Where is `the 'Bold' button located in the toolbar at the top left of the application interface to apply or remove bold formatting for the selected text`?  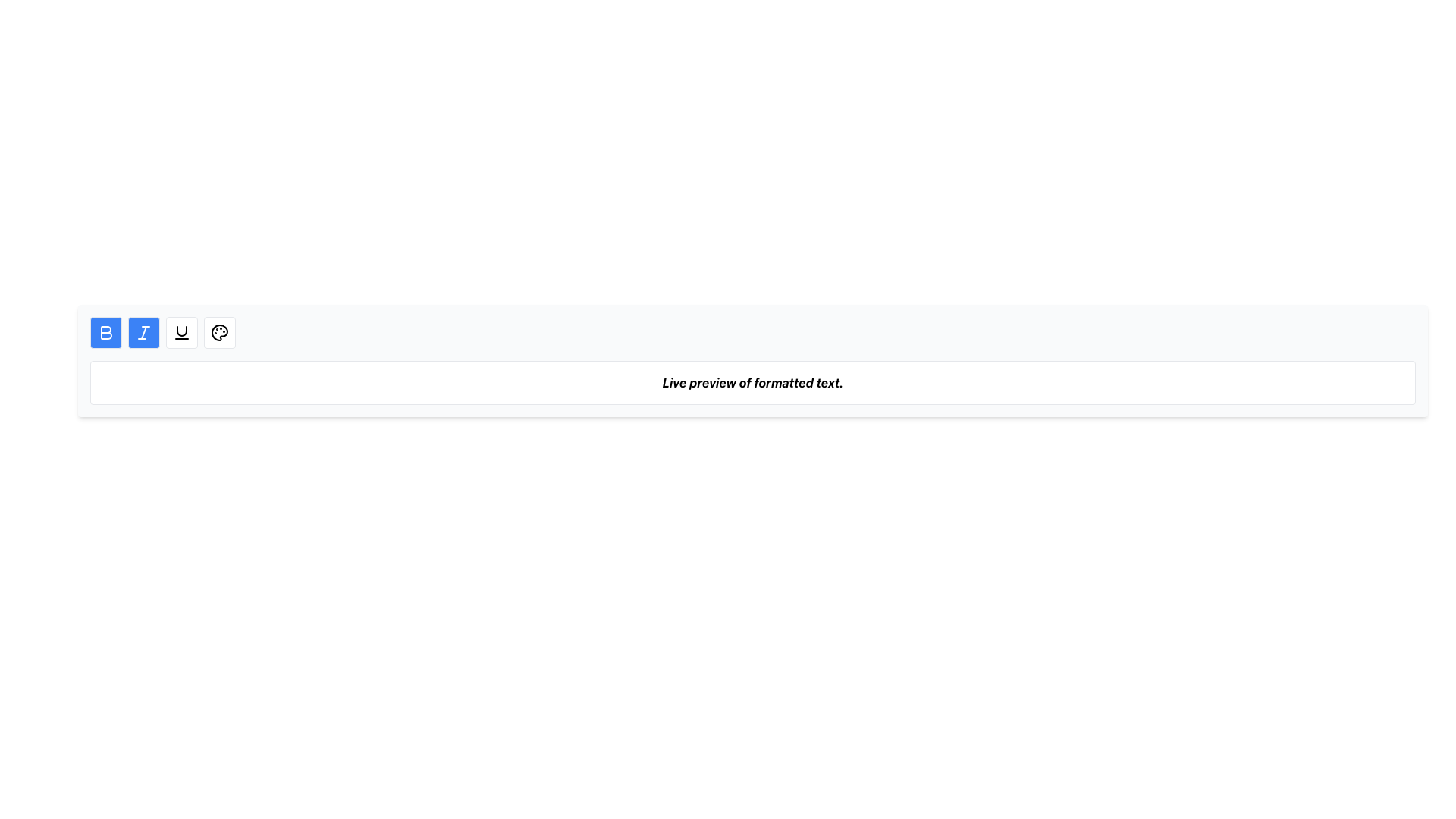 the 'Bold' button located in the toolbar at the top left of the application interface to apply or remove bold formatting for the selected text is located at coordinates (105, 332).